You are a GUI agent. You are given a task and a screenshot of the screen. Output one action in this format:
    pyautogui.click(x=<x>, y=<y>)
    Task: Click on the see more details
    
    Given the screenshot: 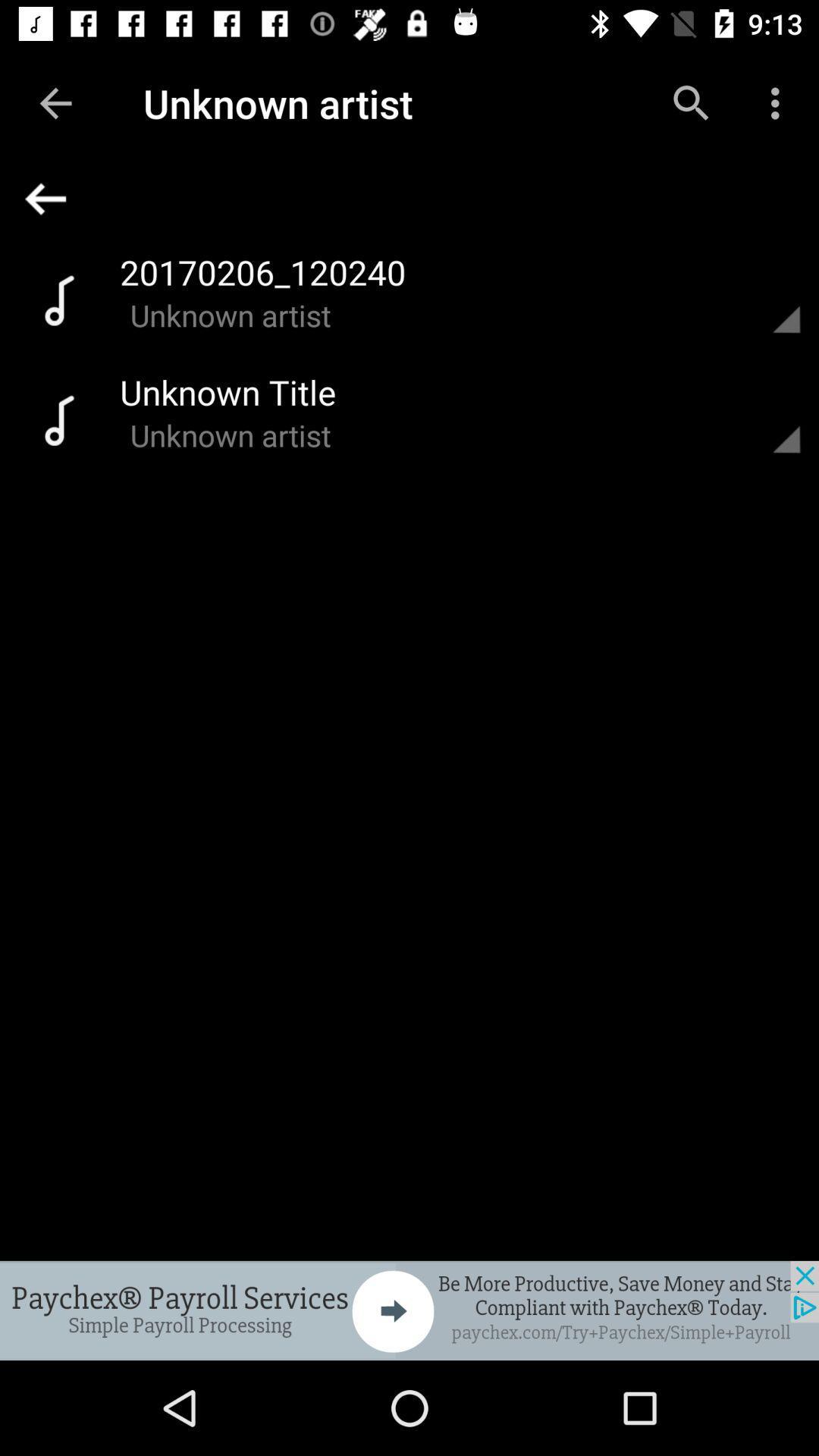 What is the action you would take?
    pyautogui.click(x=768, y=299)
    